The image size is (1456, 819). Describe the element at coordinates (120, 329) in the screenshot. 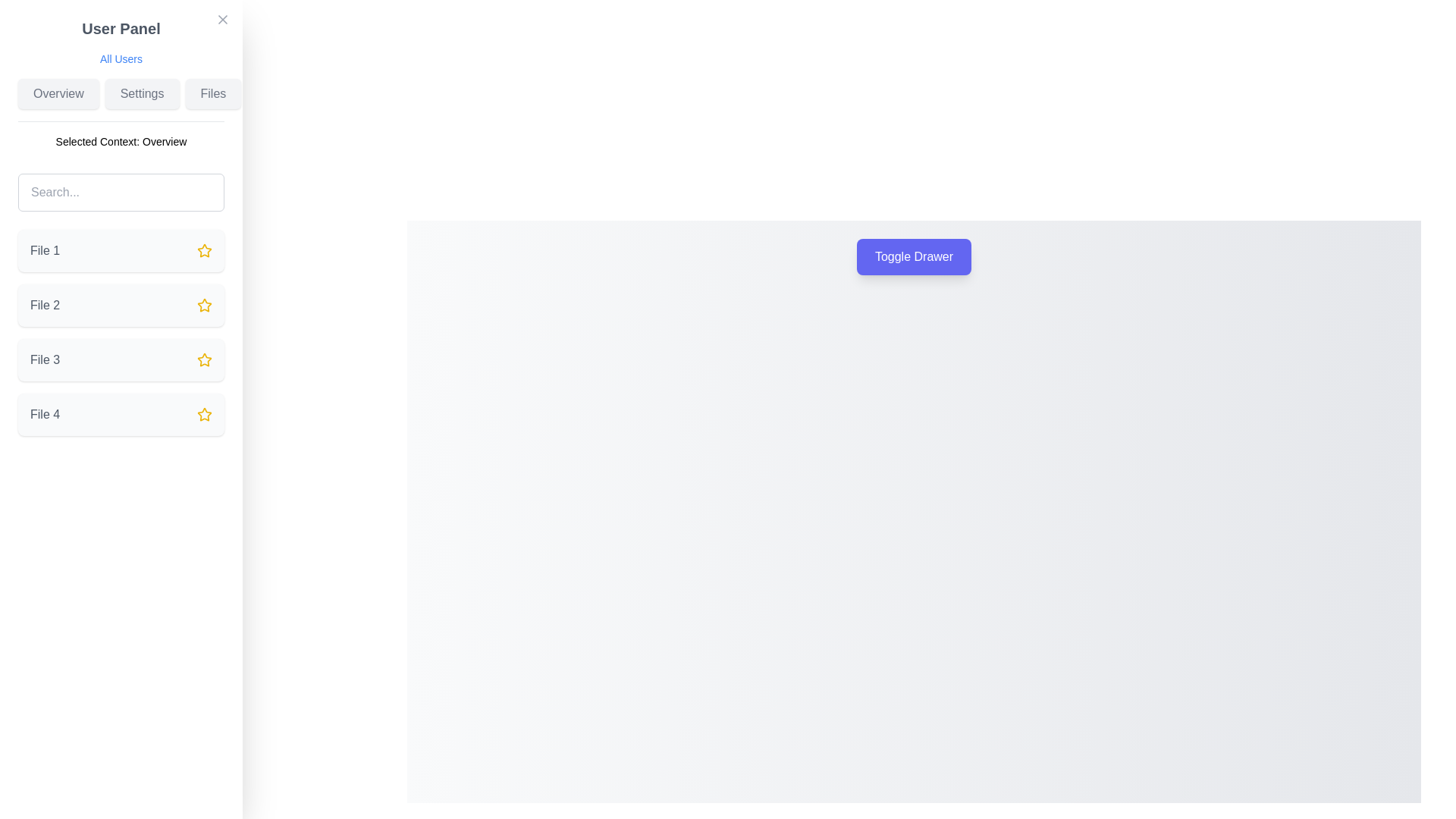

I see `the 'File 2' list item in the vertical menu` at that location.